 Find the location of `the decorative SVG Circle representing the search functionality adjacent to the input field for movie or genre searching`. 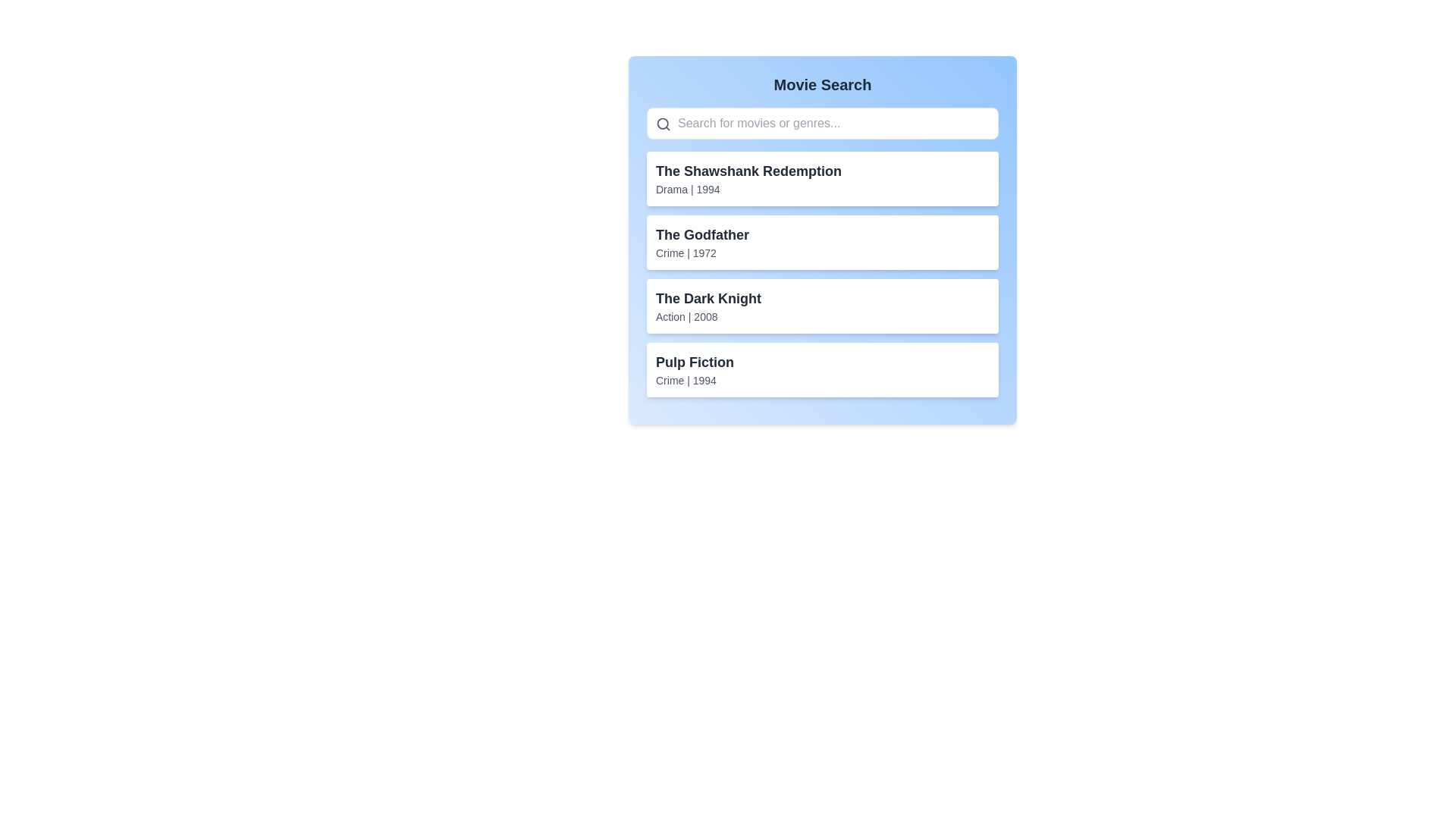

the decorative SVG Circle representing the search functionality adjacent to the input field for movie or genre searching is located at coordinates (663, 123).